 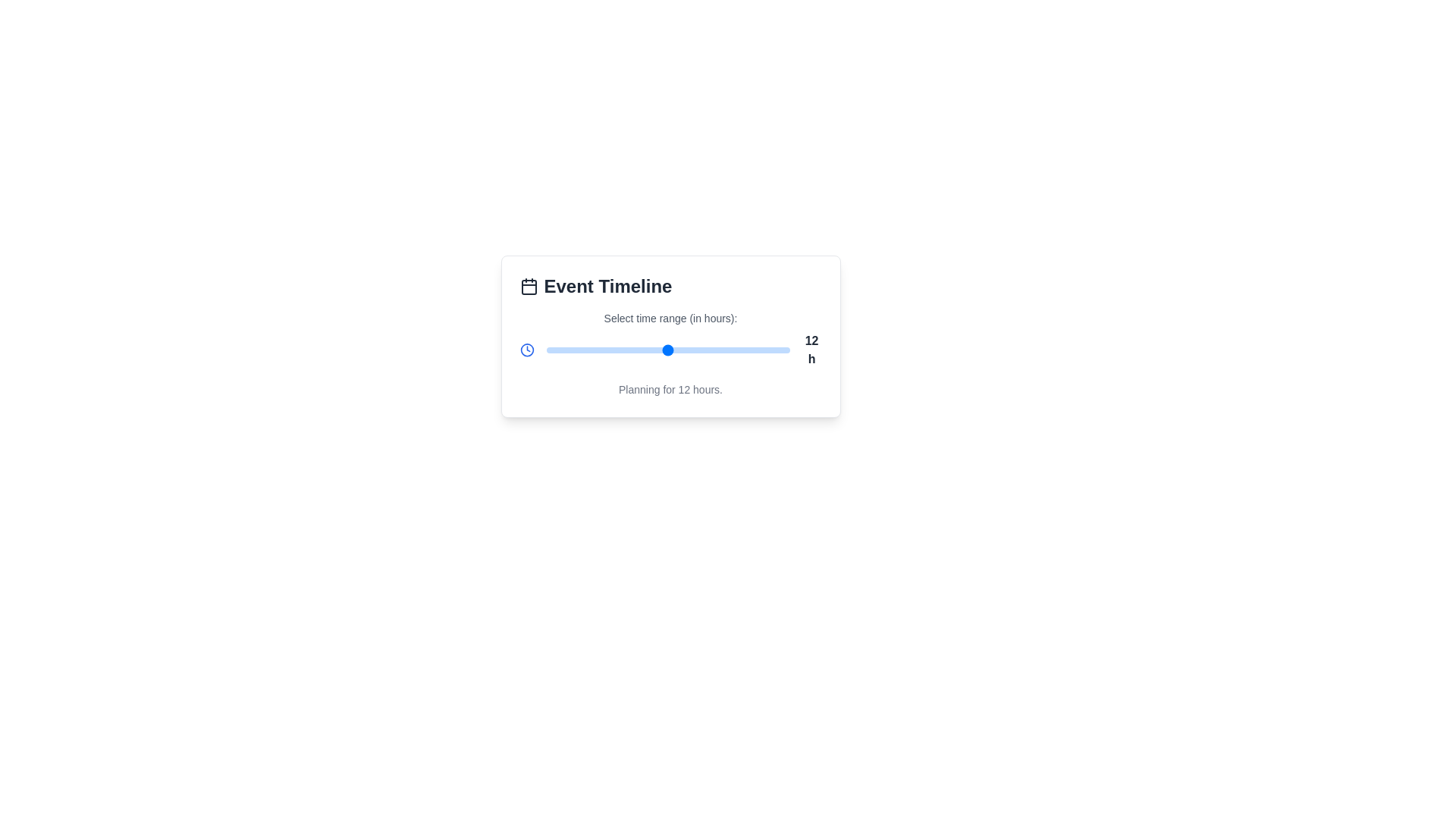 What do you see at coordinates (527, 350) in the screenshot?
I see `the clock-like icon with a circular outline and blue strokes, located to the left of the text '12 h', which serves as a visual indicator for time selection` at bounding box center [527, 350].